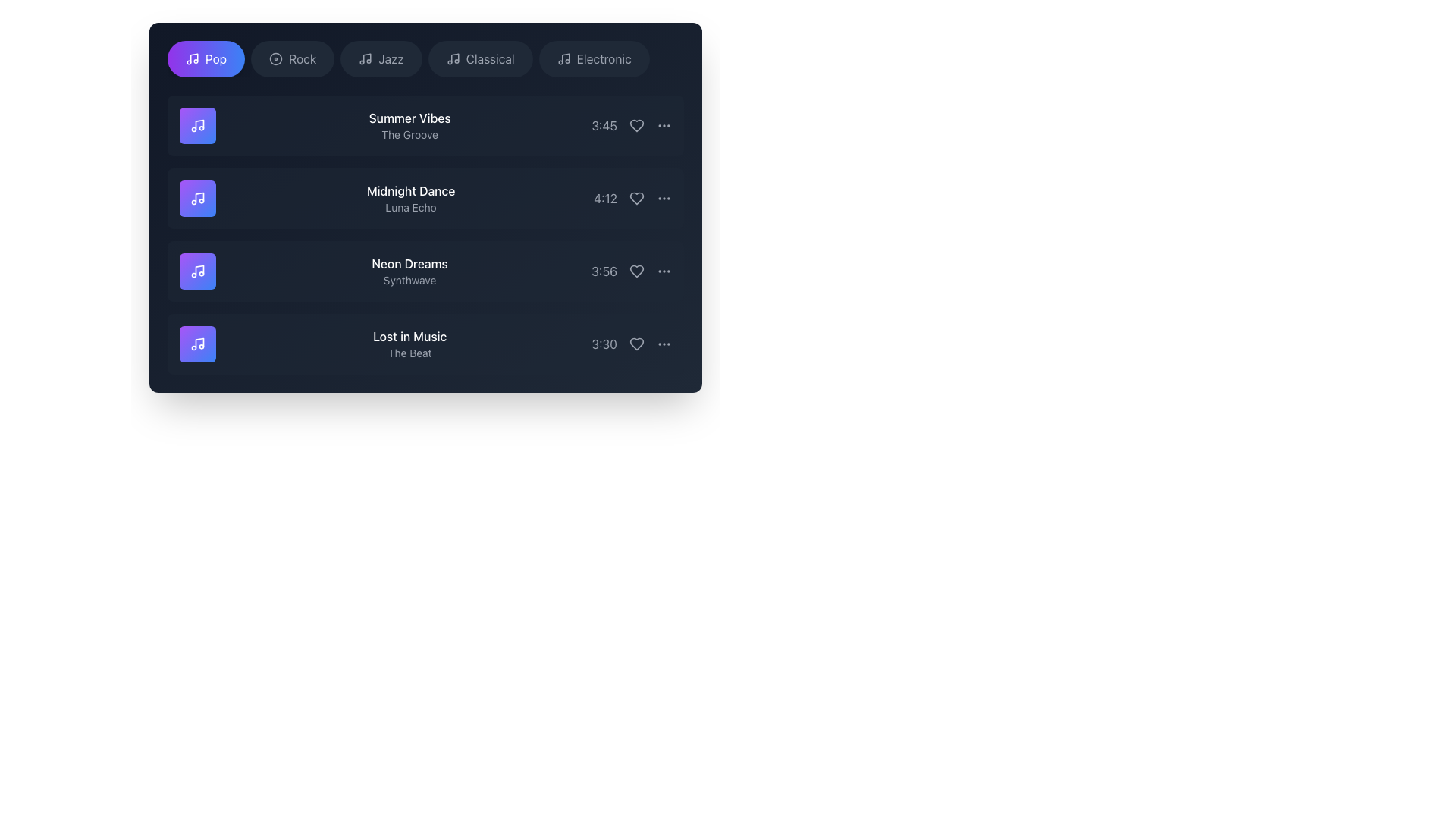  I want to click on text displayed prominently as 'Lost in Music', which is styled in white against a dark background and represents a song title in a list of entries, so click(409, 335).